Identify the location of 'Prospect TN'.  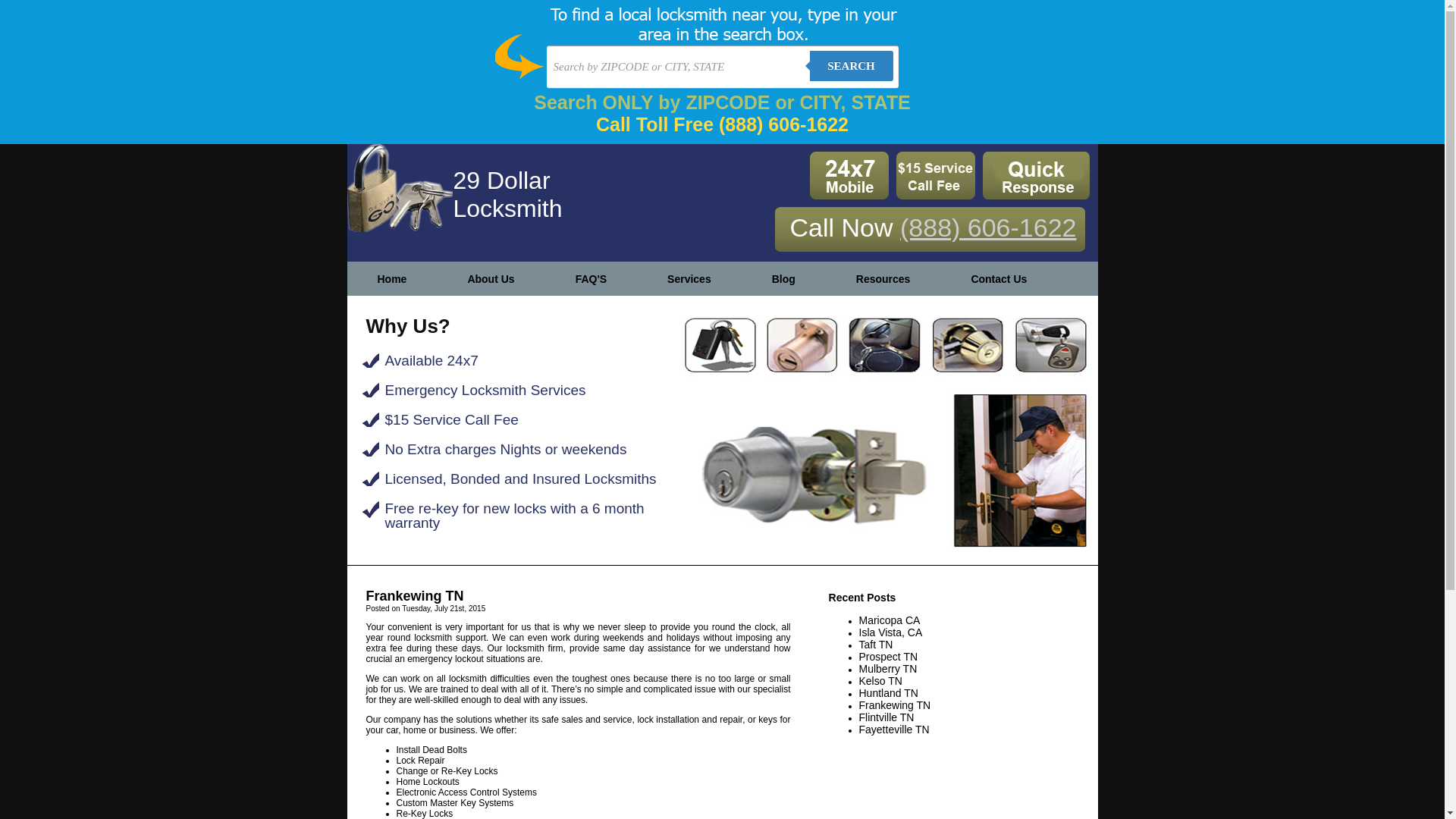
(888, 656).